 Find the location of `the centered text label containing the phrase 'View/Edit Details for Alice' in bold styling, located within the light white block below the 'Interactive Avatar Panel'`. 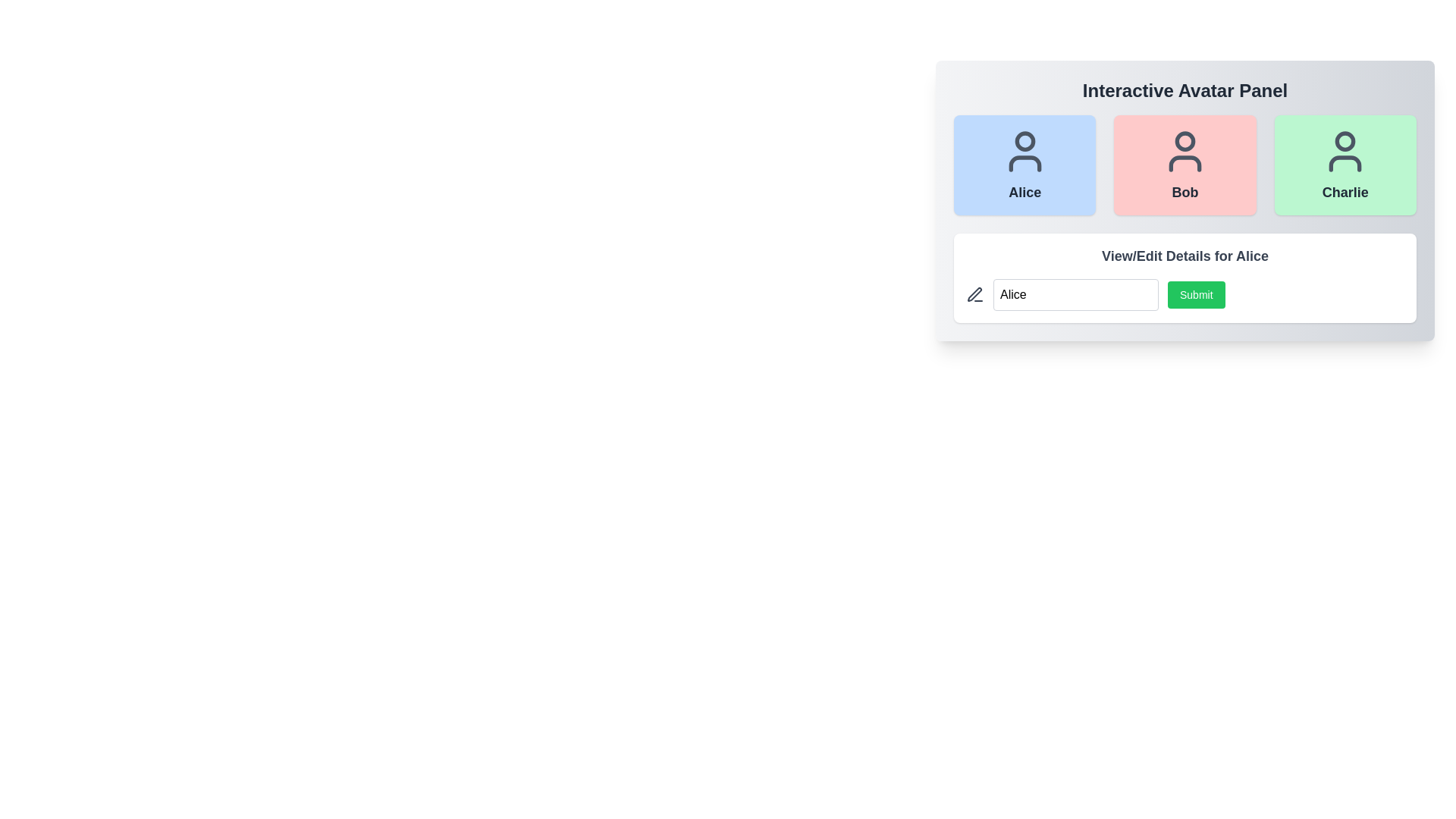

the centered text label containing the phrase 'View/Edit Details for Alice' in bold styling, located within the light white block below the 'Interactive Avatar Panel' is located at coordinates (1185, 256).